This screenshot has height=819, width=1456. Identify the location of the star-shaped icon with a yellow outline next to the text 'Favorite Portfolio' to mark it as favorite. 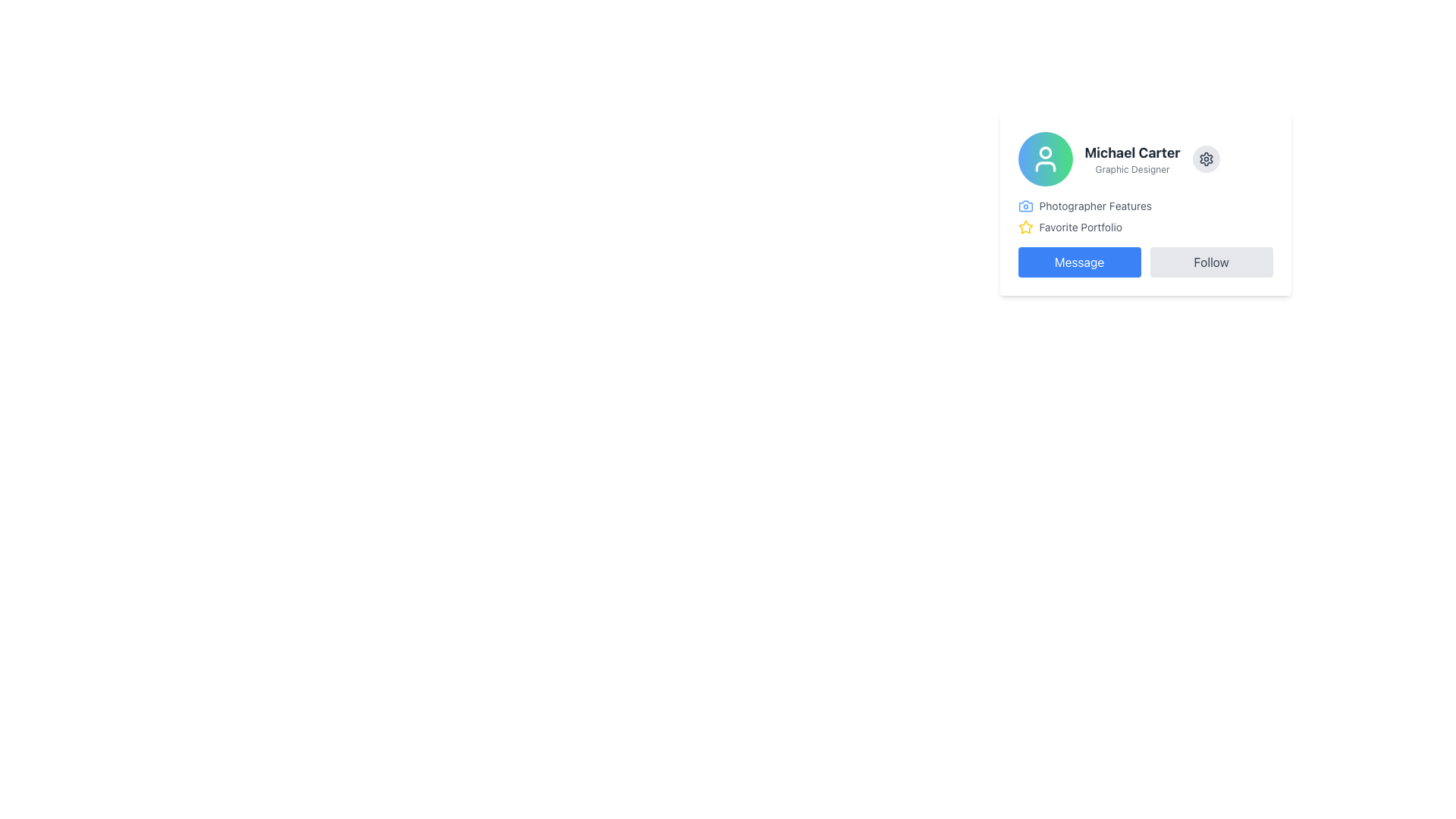
(1025, 227).